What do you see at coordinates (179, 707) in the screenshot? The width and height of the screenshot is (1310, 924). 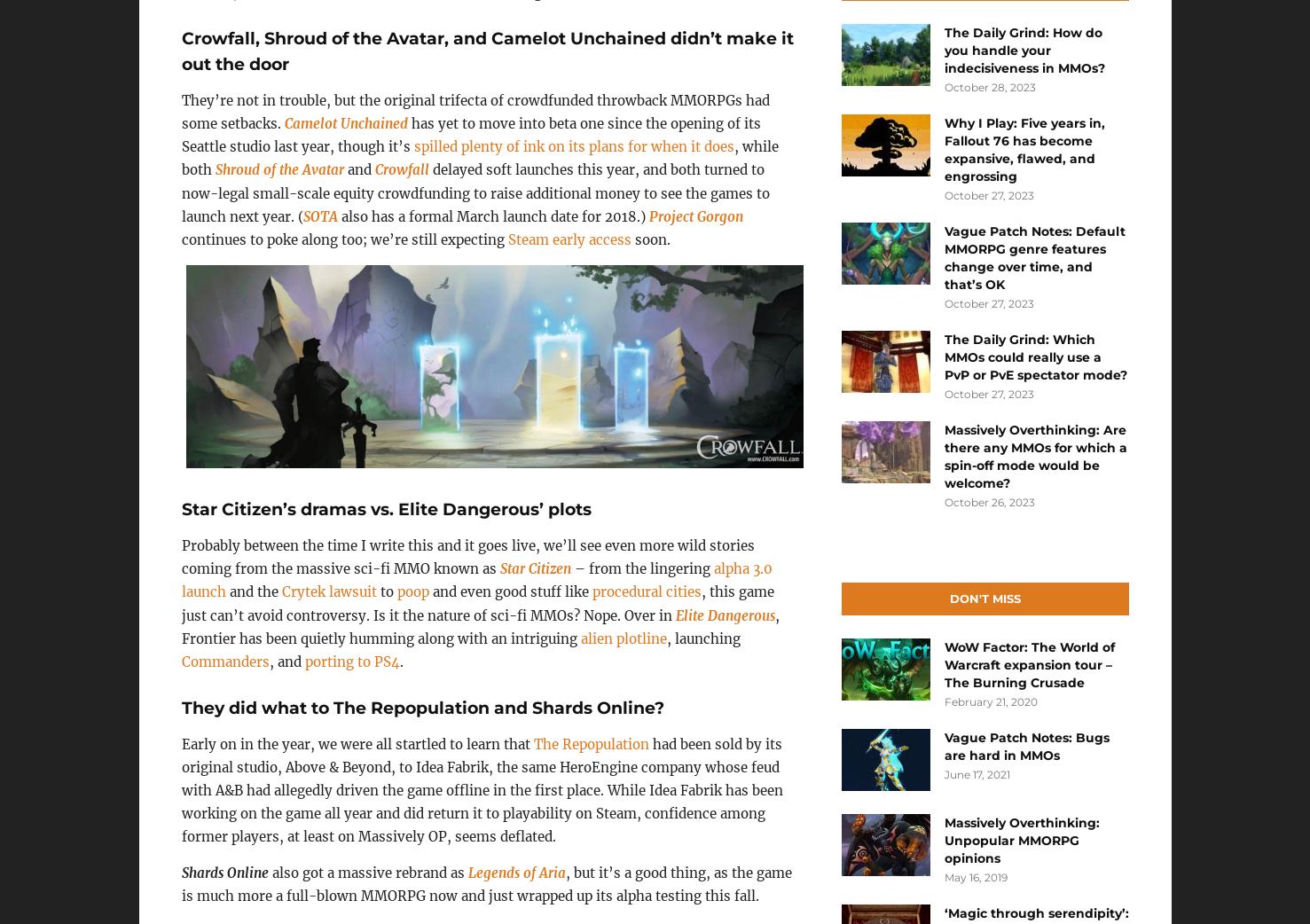 I see `'They did what to The Repopulation and Shards Online?'` at bounding box center [179, 707].